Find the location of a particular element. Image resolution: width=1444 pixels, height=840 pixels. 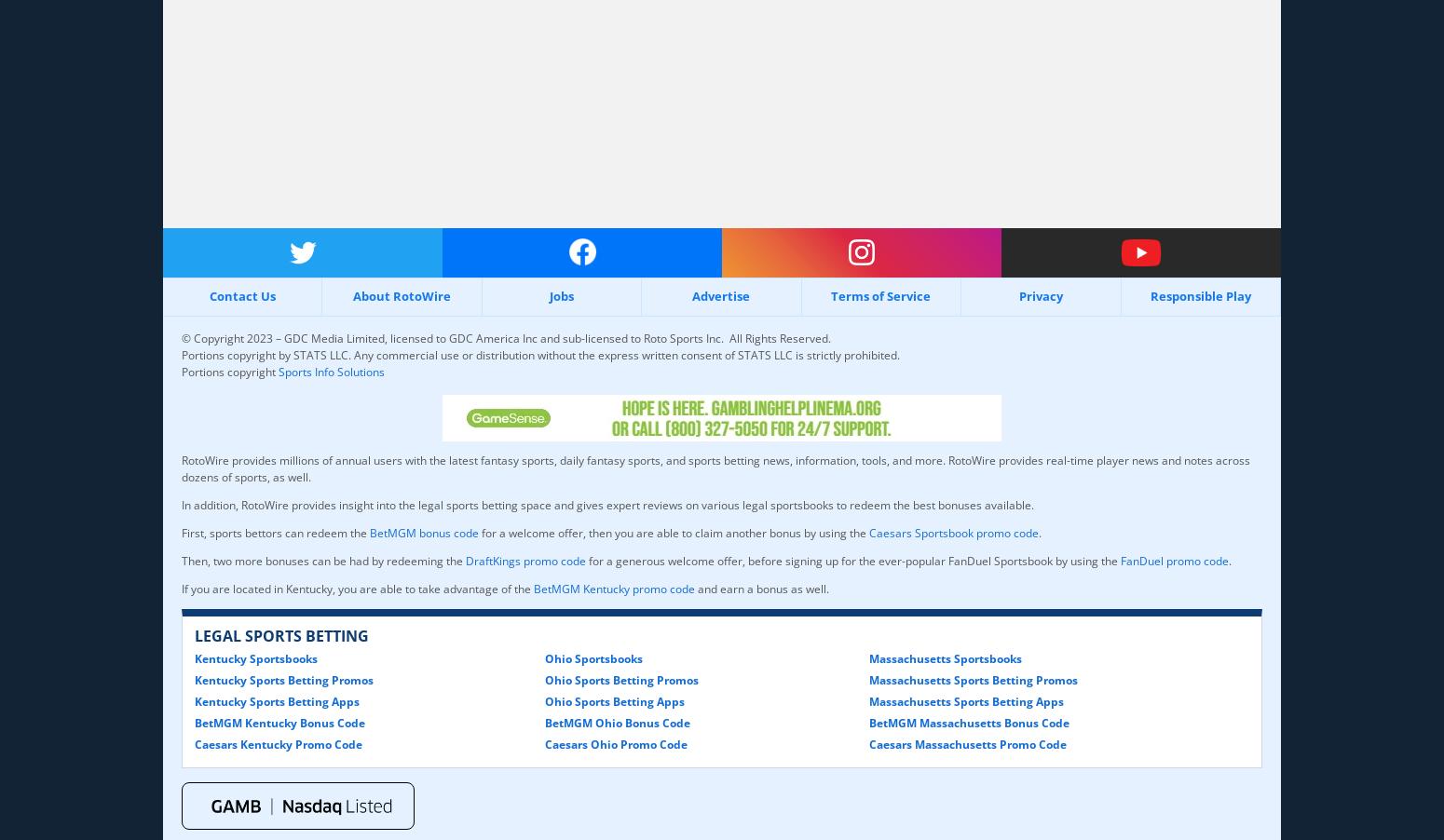

'Caesars Kentucky Promo Code' is located at coordinates (193, 742).